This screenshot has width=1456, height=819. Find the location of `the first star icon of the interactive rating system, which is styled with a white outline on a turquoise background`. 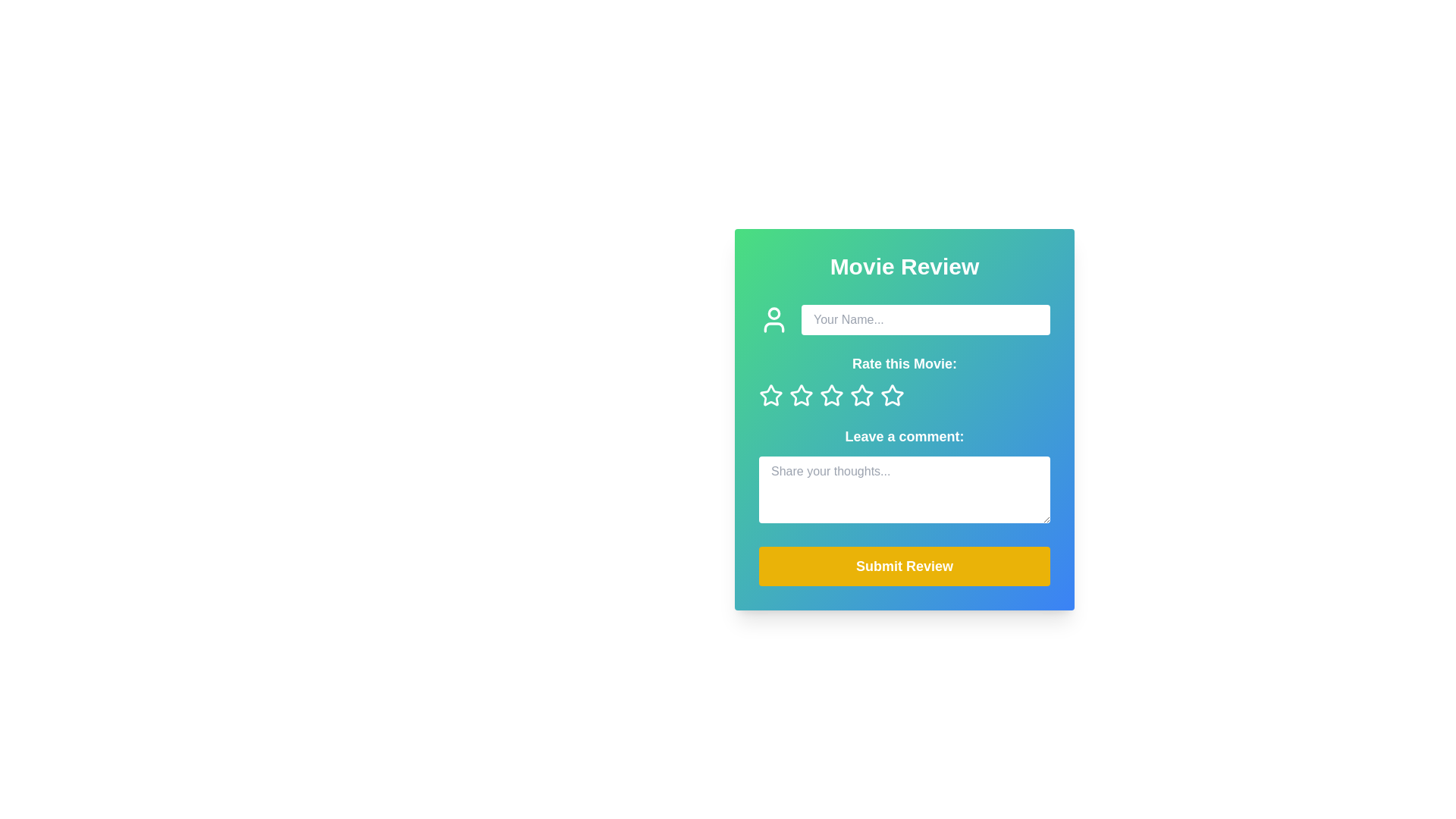

the first star icon of the interactive rating system, which is styled with a white outline on a turquoise background is located at coordinates (771, 394).